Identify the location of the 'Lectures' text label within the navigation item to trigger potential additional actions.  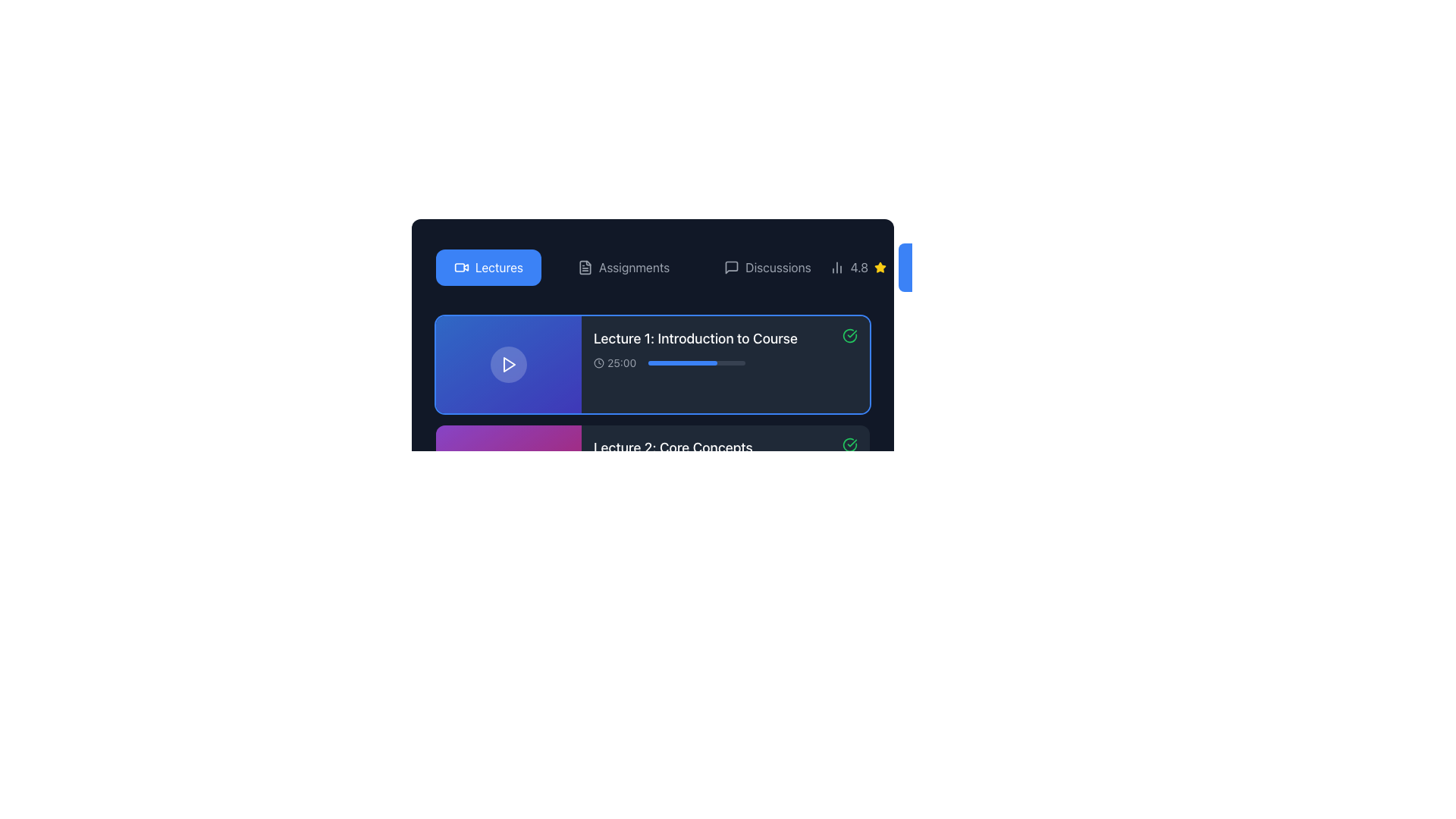
(499, 267).